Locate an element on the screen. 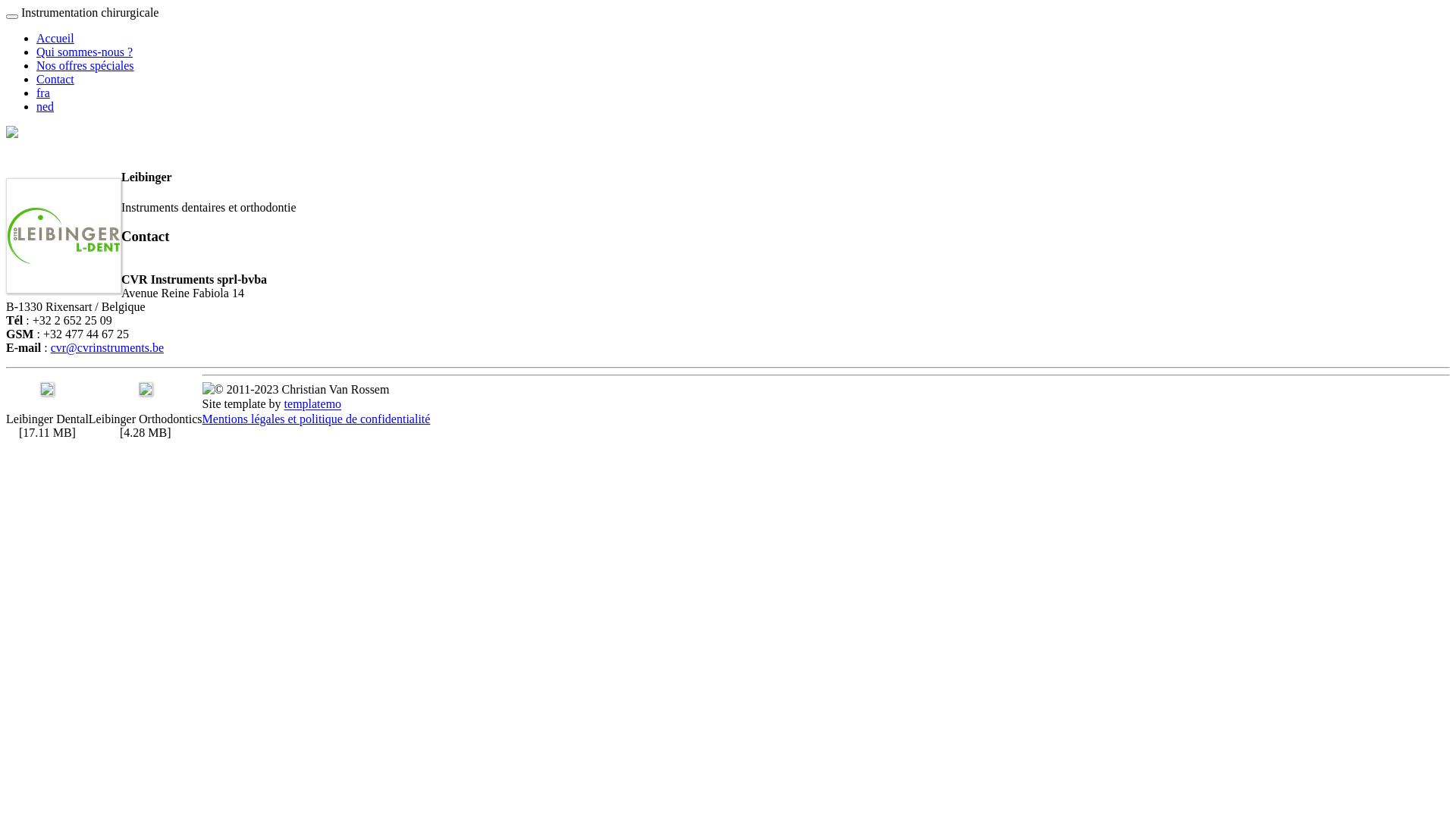  'Contact' is located at coordinates (36, 79).